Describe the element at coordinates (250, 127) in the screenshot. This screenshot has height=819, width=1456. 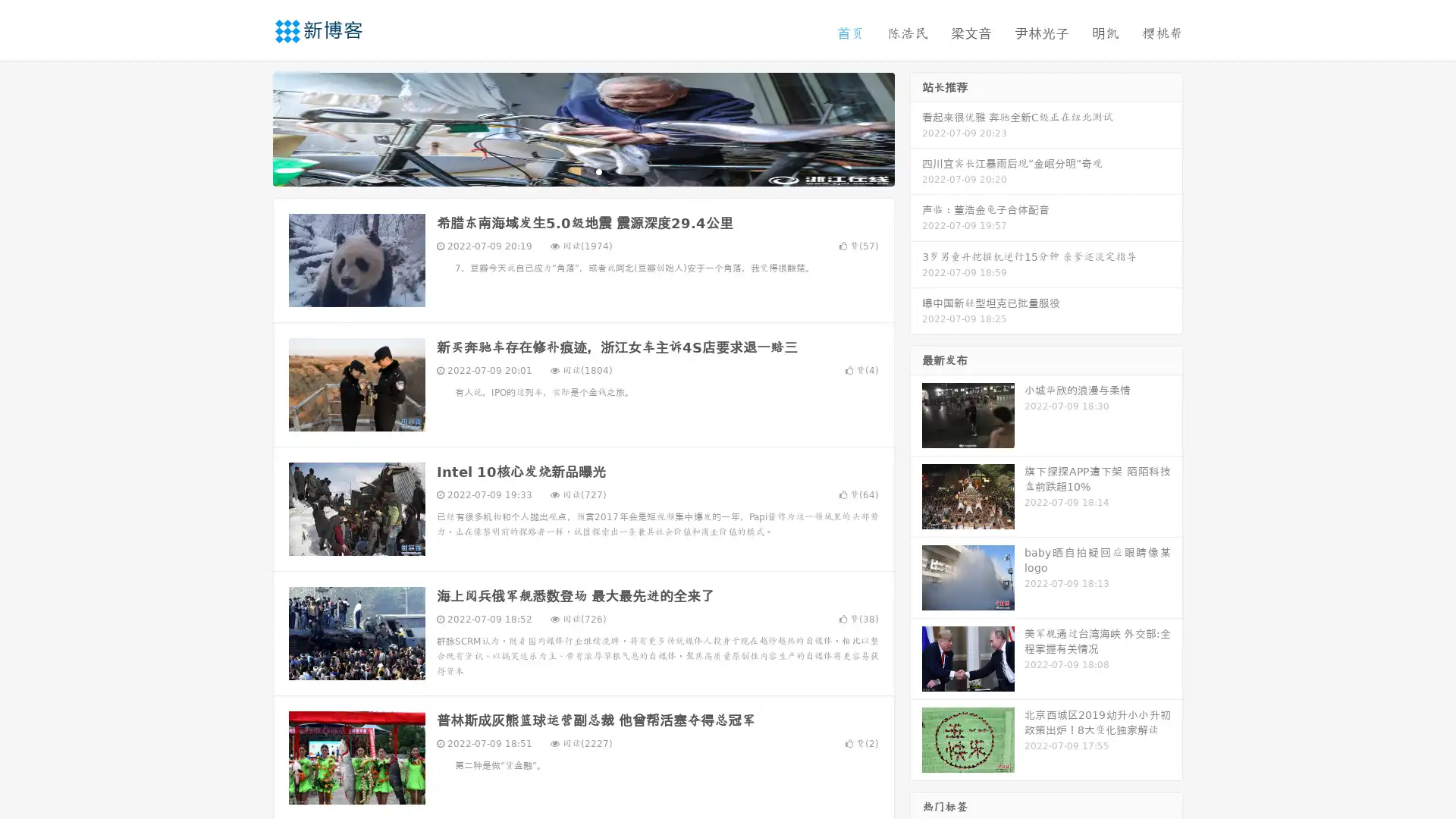
I see `Previous slide` at that location.